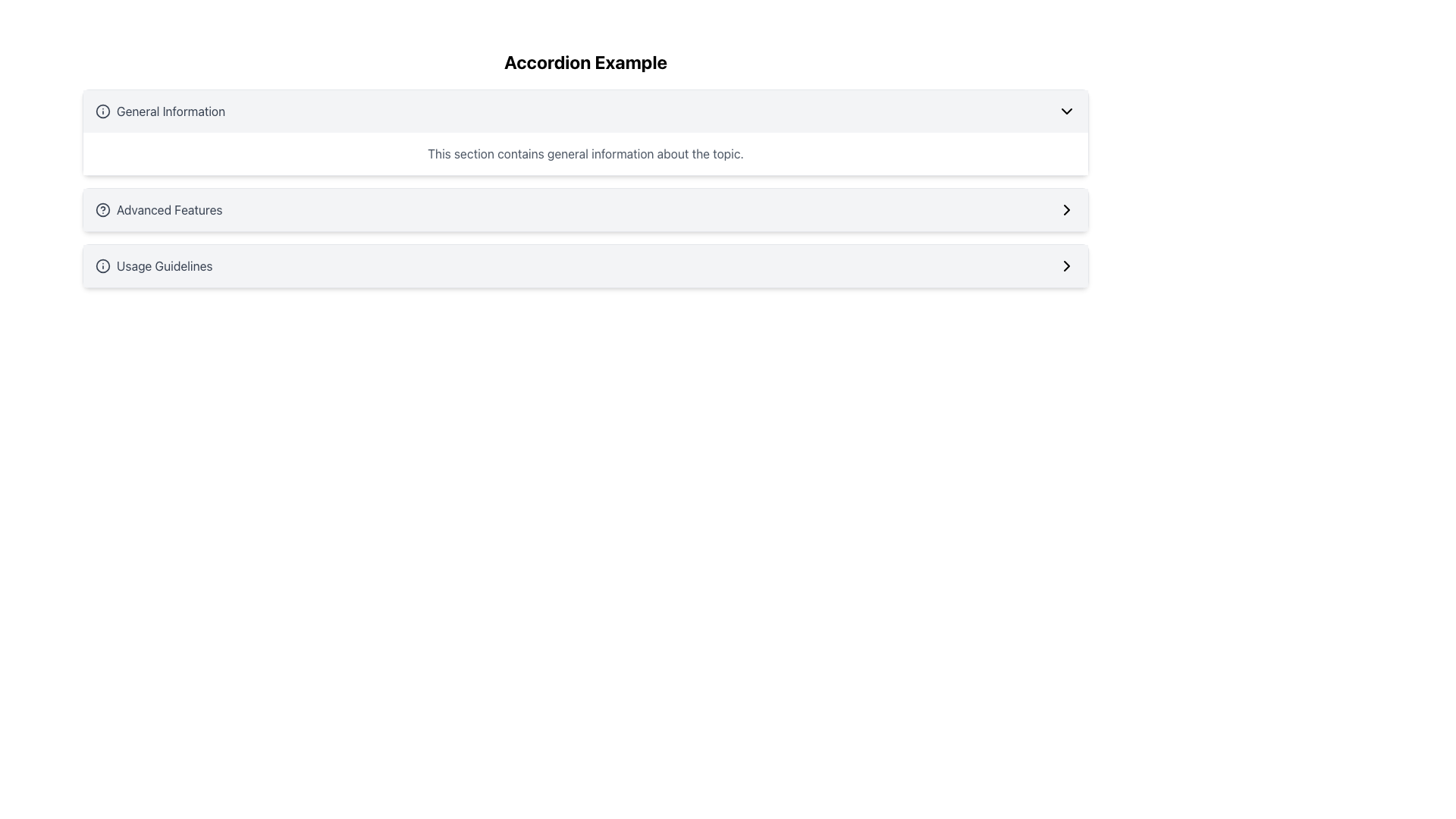  I want to click on the chevron button located at the far-right side of the 'Advanced Features' section, so click(1065, 210).